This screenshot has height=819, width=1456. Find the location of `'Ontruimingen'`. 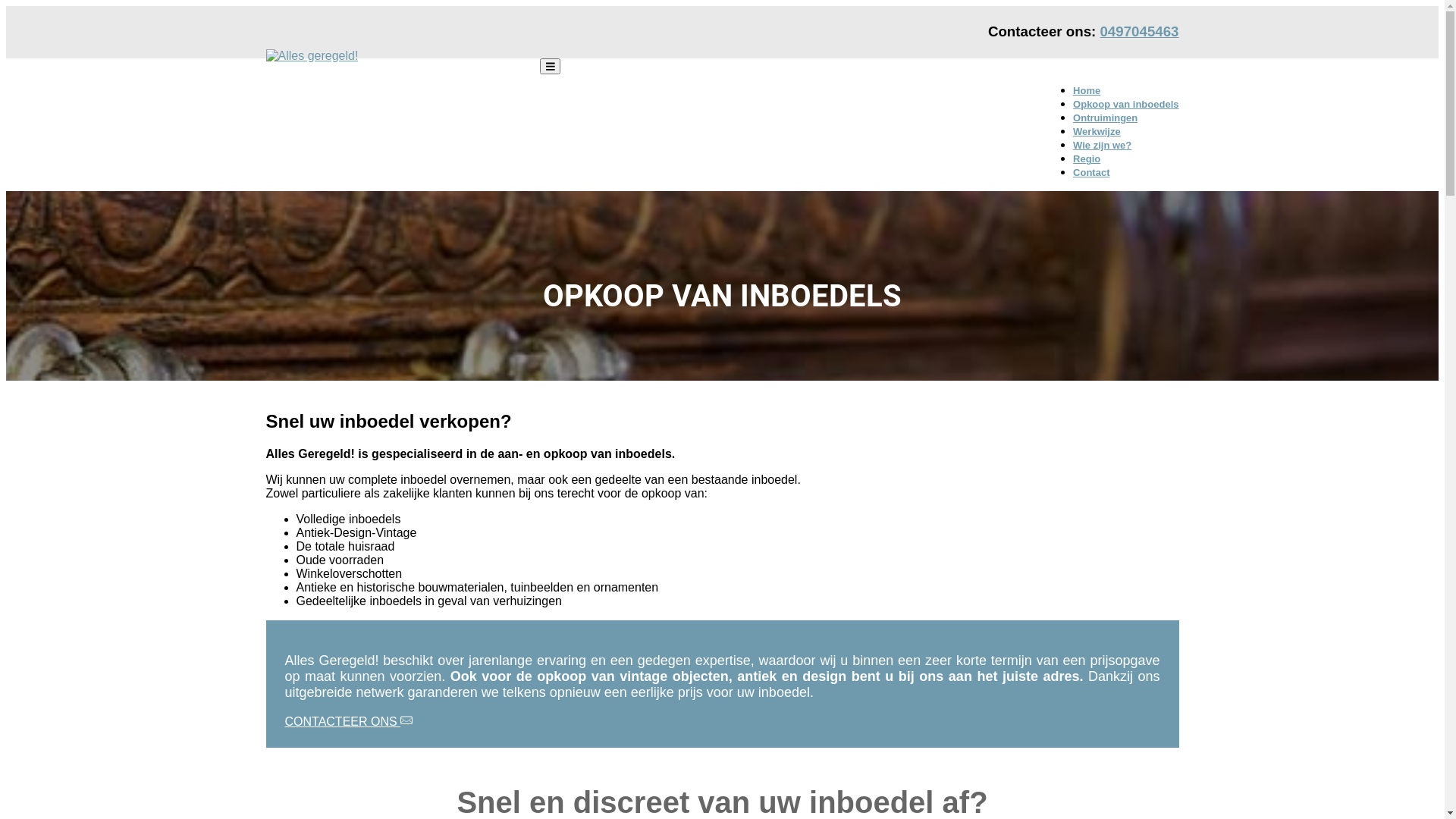

'Ontruimingen' is located at coordinates (1072, 117).